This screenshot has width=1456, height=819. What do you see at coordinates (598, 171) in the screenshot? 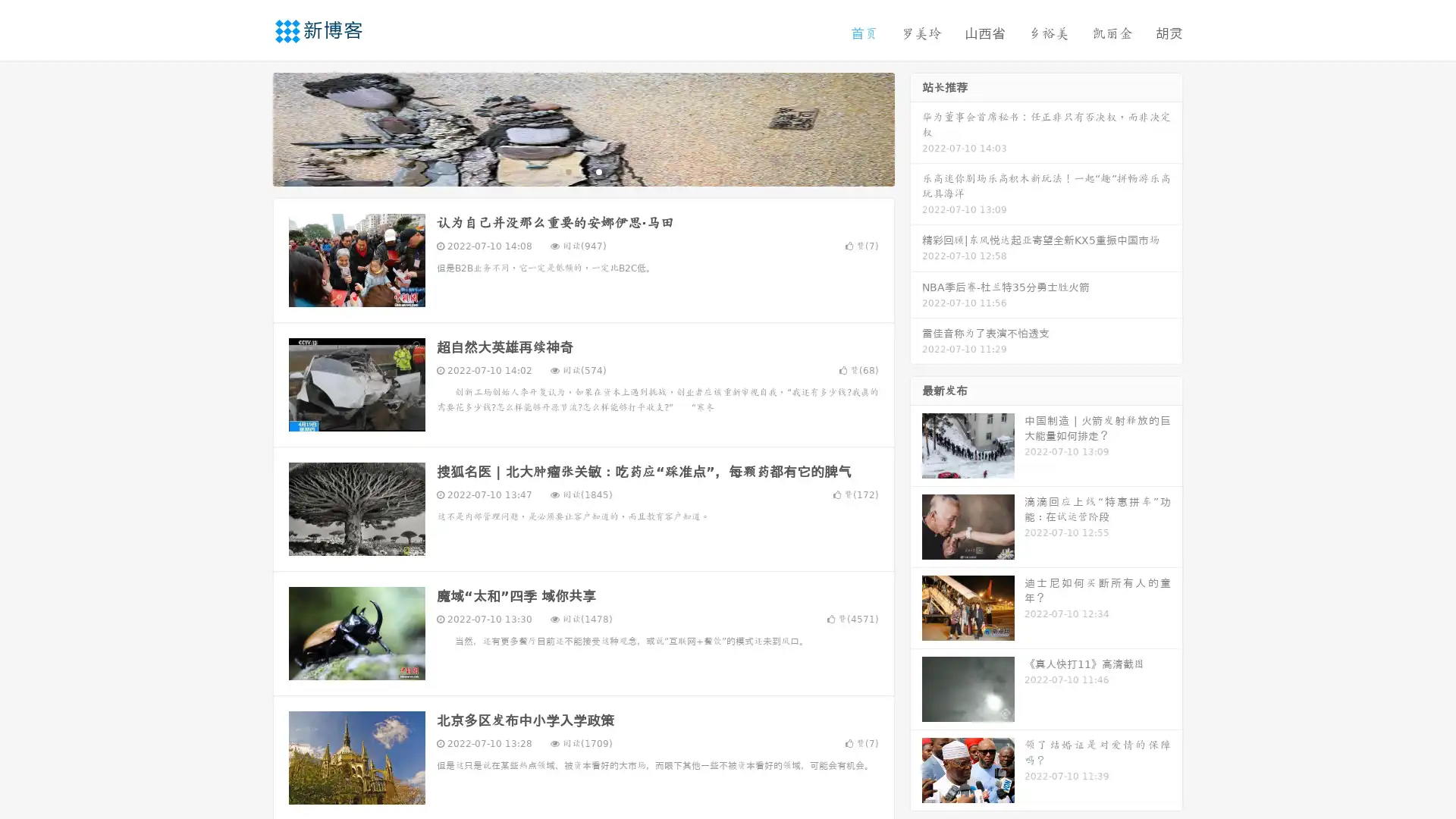
I see `Go to slide 3` at bounding box center [598, 171].